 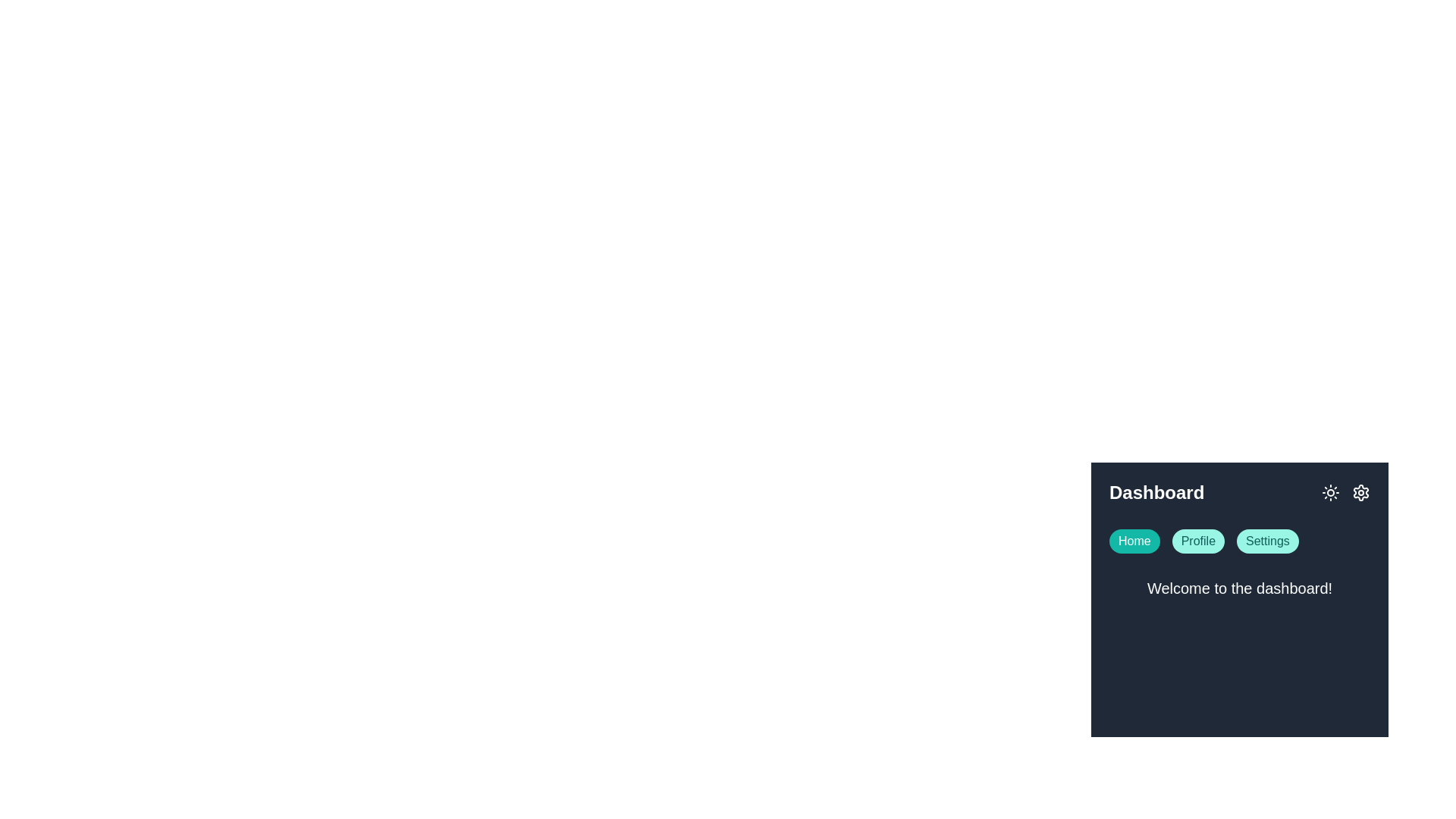 I want to click on the Static Text Display that provides a welcome message, positioned below the navigation buttons 'Home,' 'Profile,' and 'Settings.', so click(x=1240, y=590).